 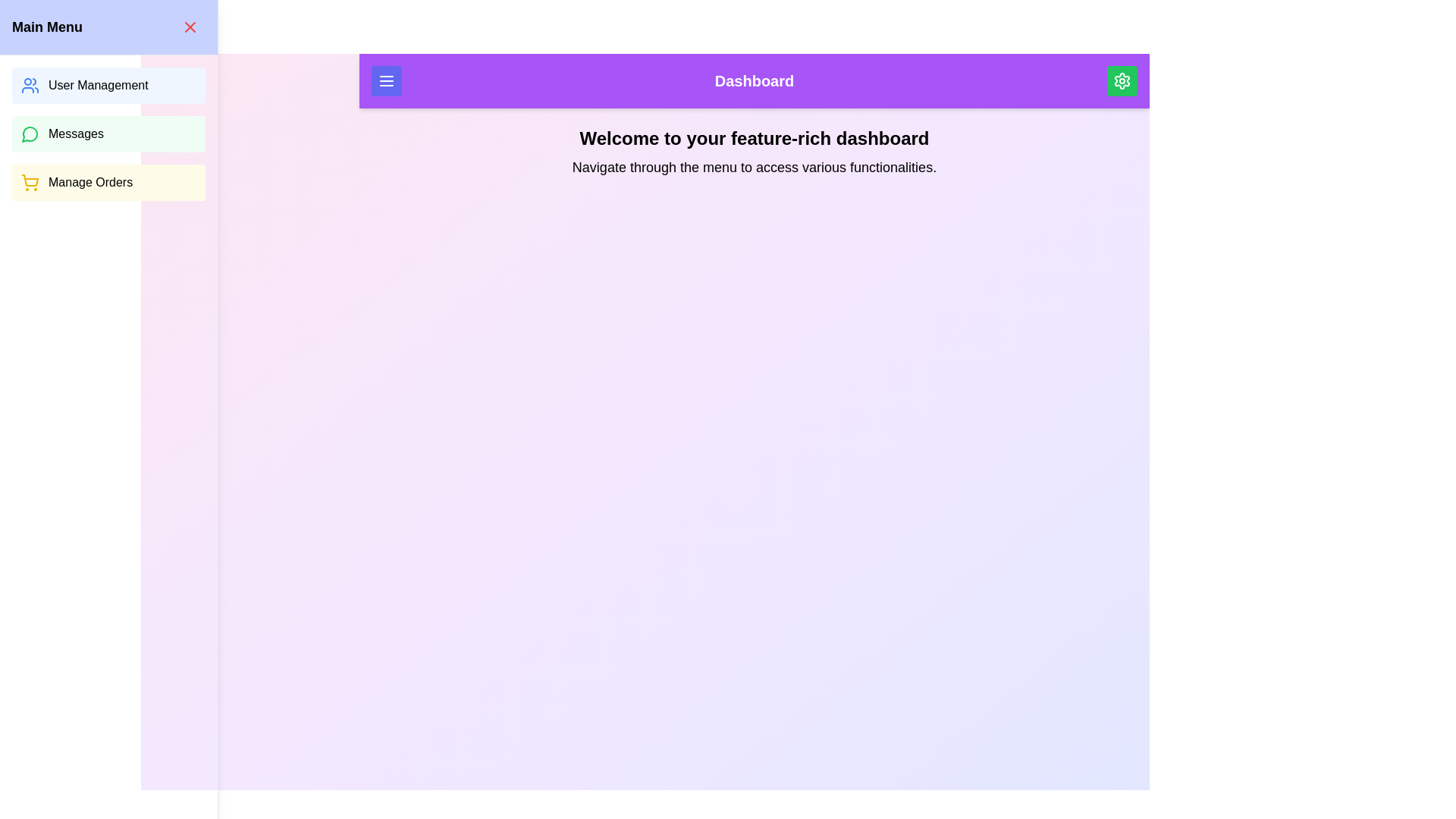 What do you see at coordinates (108, 181) in the screenshot?
I see `the 'Manage Orders' button, which is a rectangular button with black text on a light yellow background, featuring a yellow shopping cart icon to the left. This button is the third in a vertical list in the side menu bar, located below the 'Messages' button` at bounding box center [108, 181].